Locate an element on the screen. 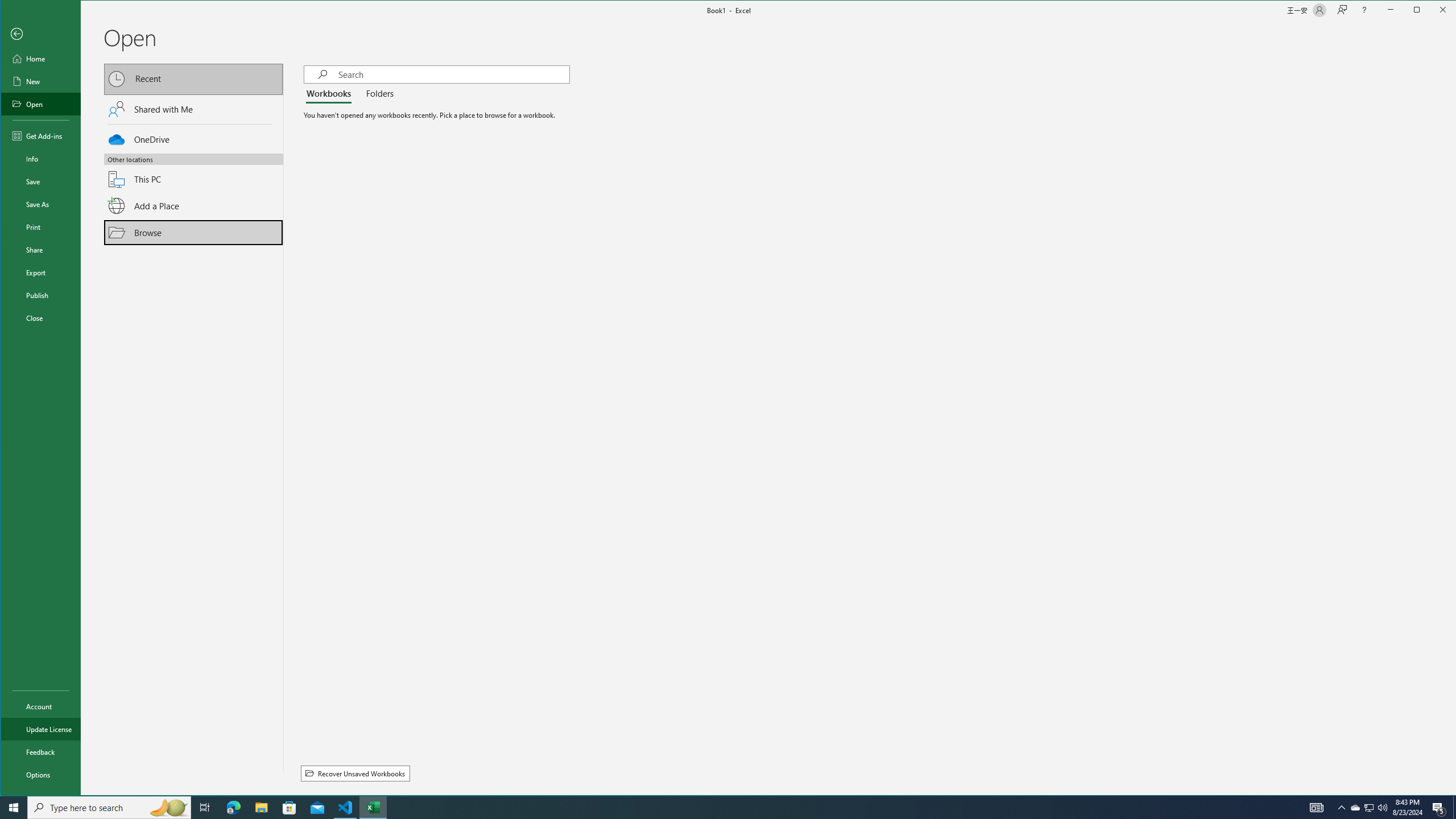 The width and height of the screenshot is (1456, 819). 'OneDrive' is located at coordinates (193, 137).